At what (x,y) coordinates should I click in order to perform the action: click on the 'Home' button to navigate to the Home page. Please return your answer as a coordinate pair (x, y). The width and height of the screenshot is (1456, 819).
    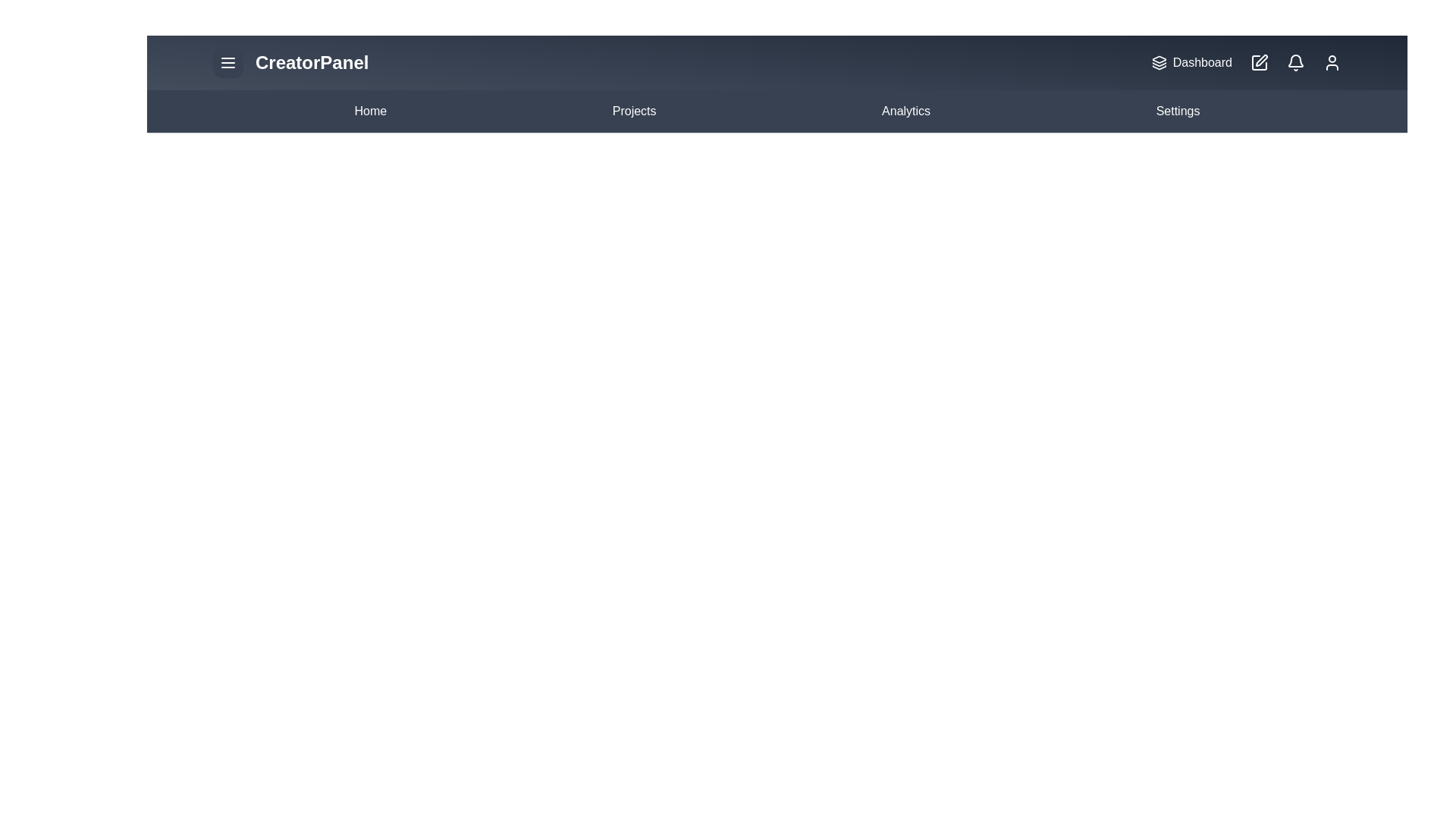
    Looking at the image, I should click on (370, 110).